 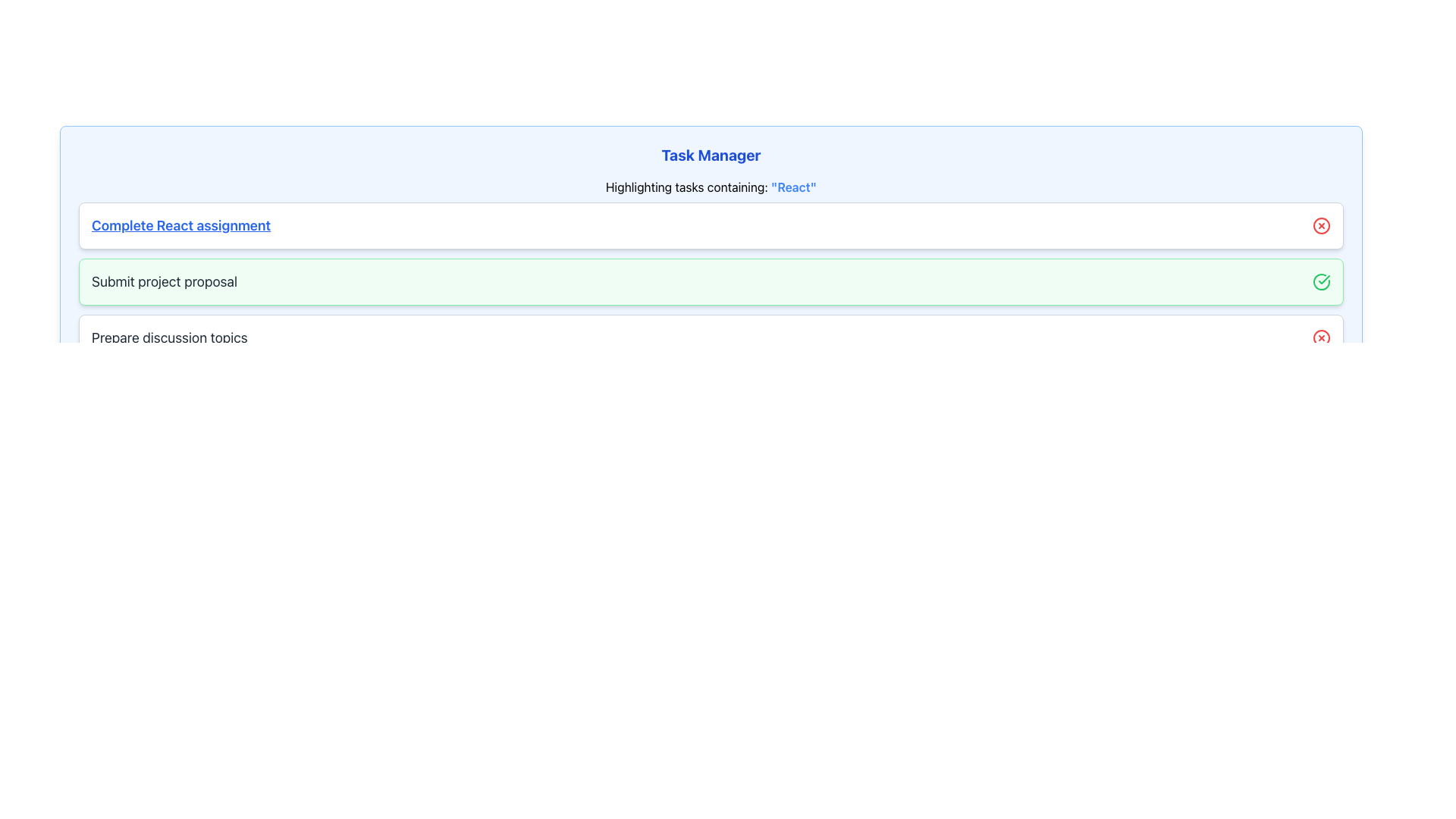 What do you see at coordinates (1320, 225) in the screenshot?
I see `the delete or close button located in the top-right corner of the 'Complete React assignment' task box` at bounding box center [1320, 225].